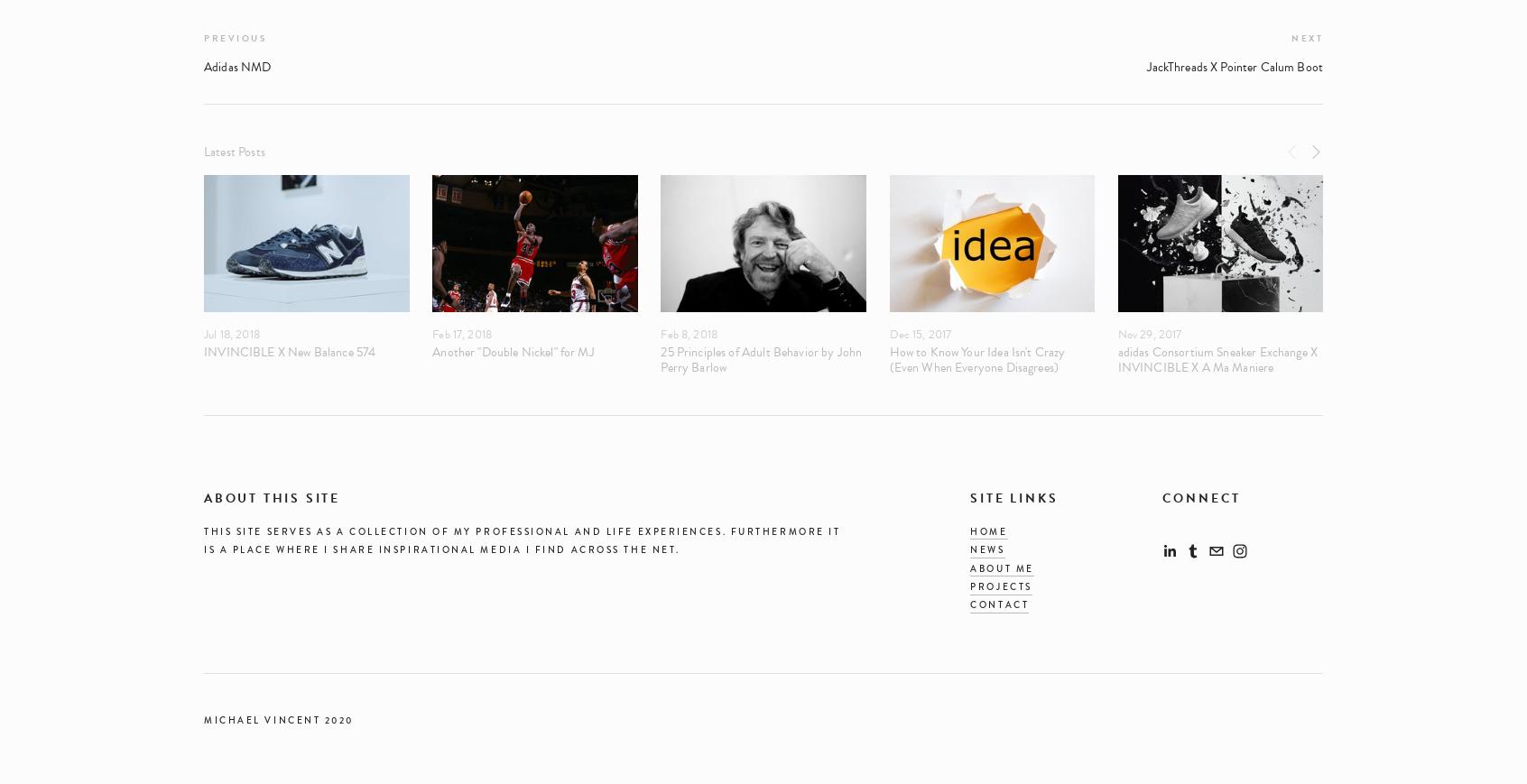 The height and width of the screenshot is (784, 1527). What do you see at coordinates (1306, 36) in the screenshot?
I see `'Next'` at bounding box center [1306, 36].